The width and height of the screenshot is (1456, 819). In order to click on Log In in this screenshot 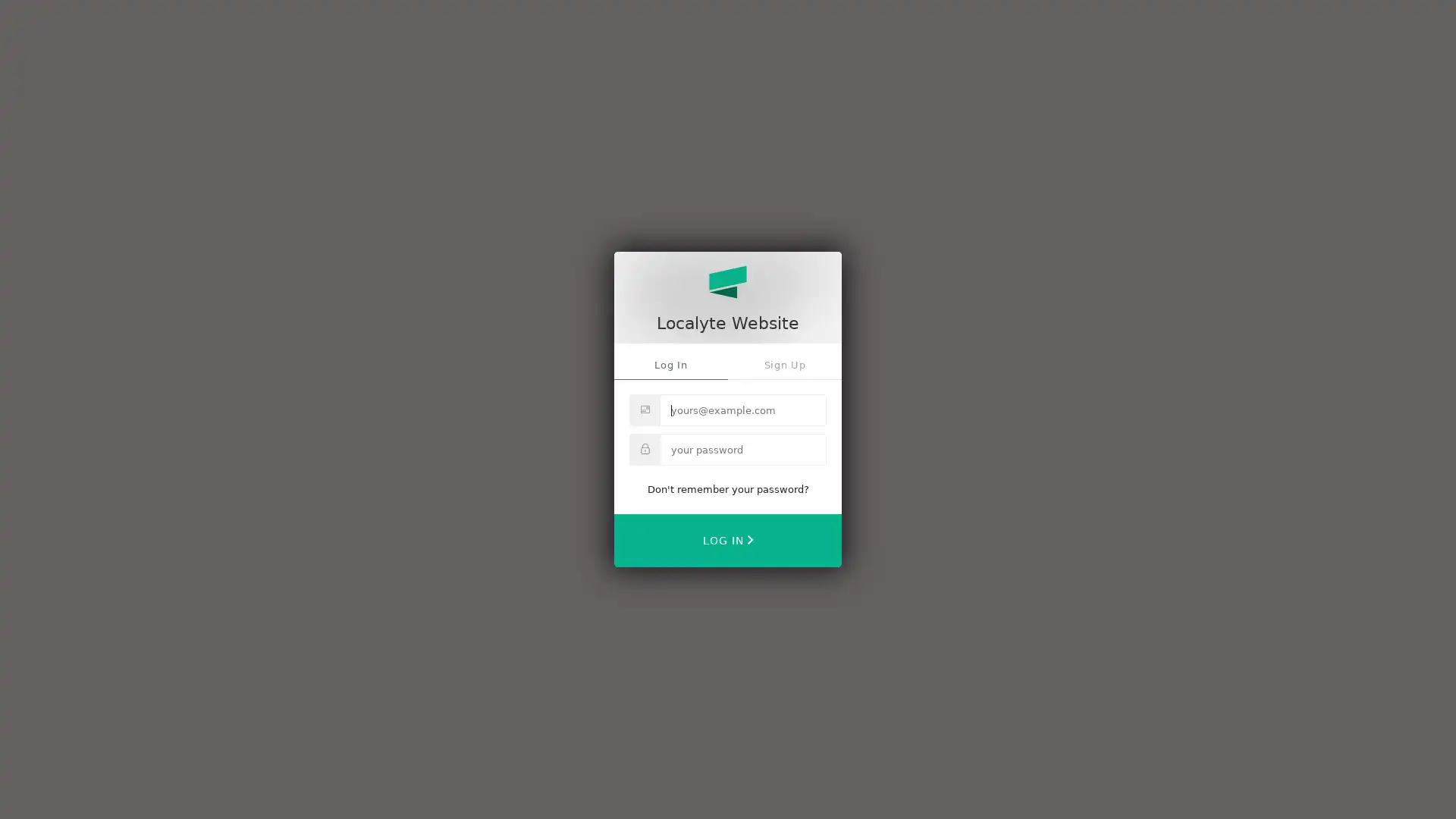, I will do `click(728, 539)`.